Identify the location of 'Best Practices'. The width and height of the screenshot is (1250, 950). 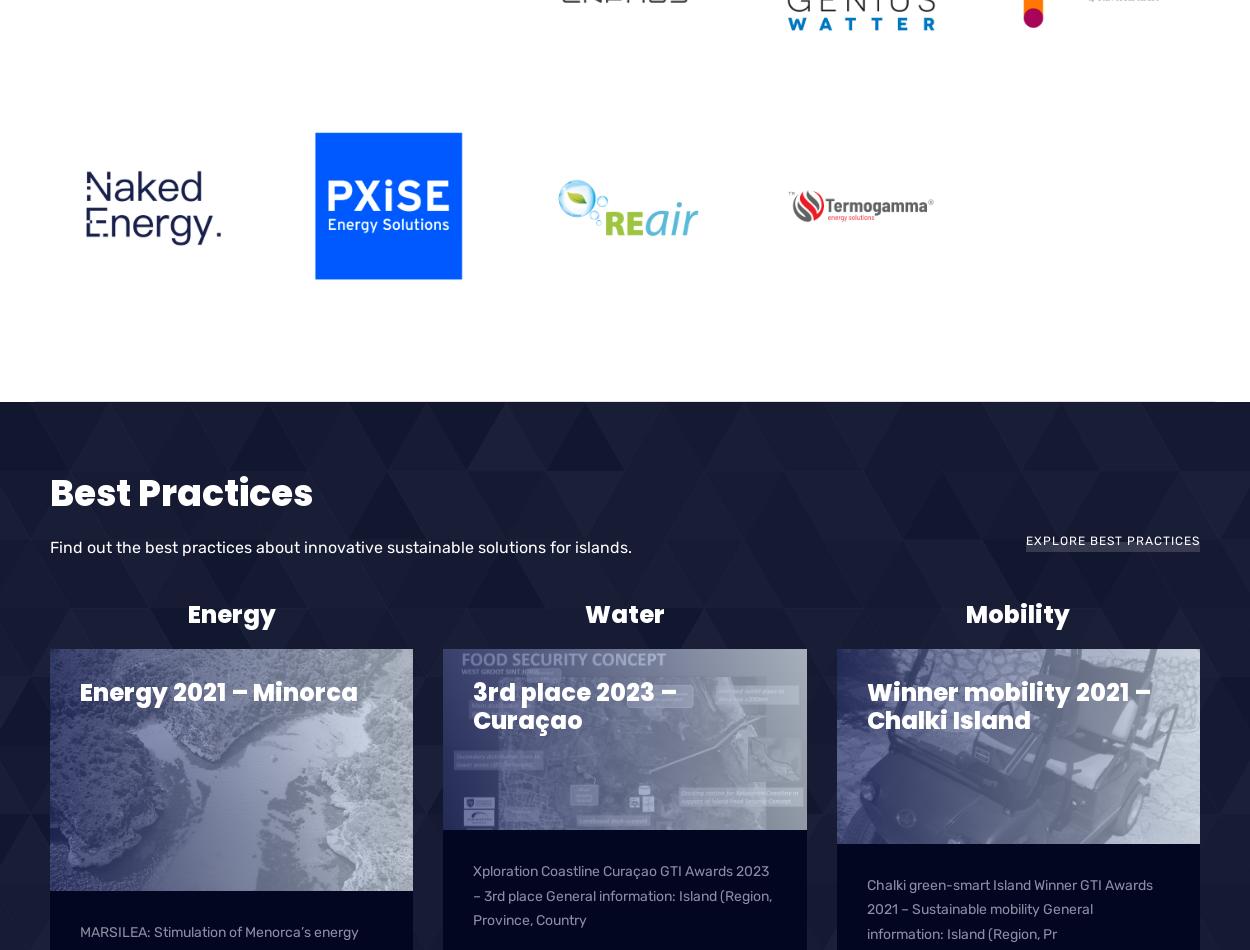
(50, 492).